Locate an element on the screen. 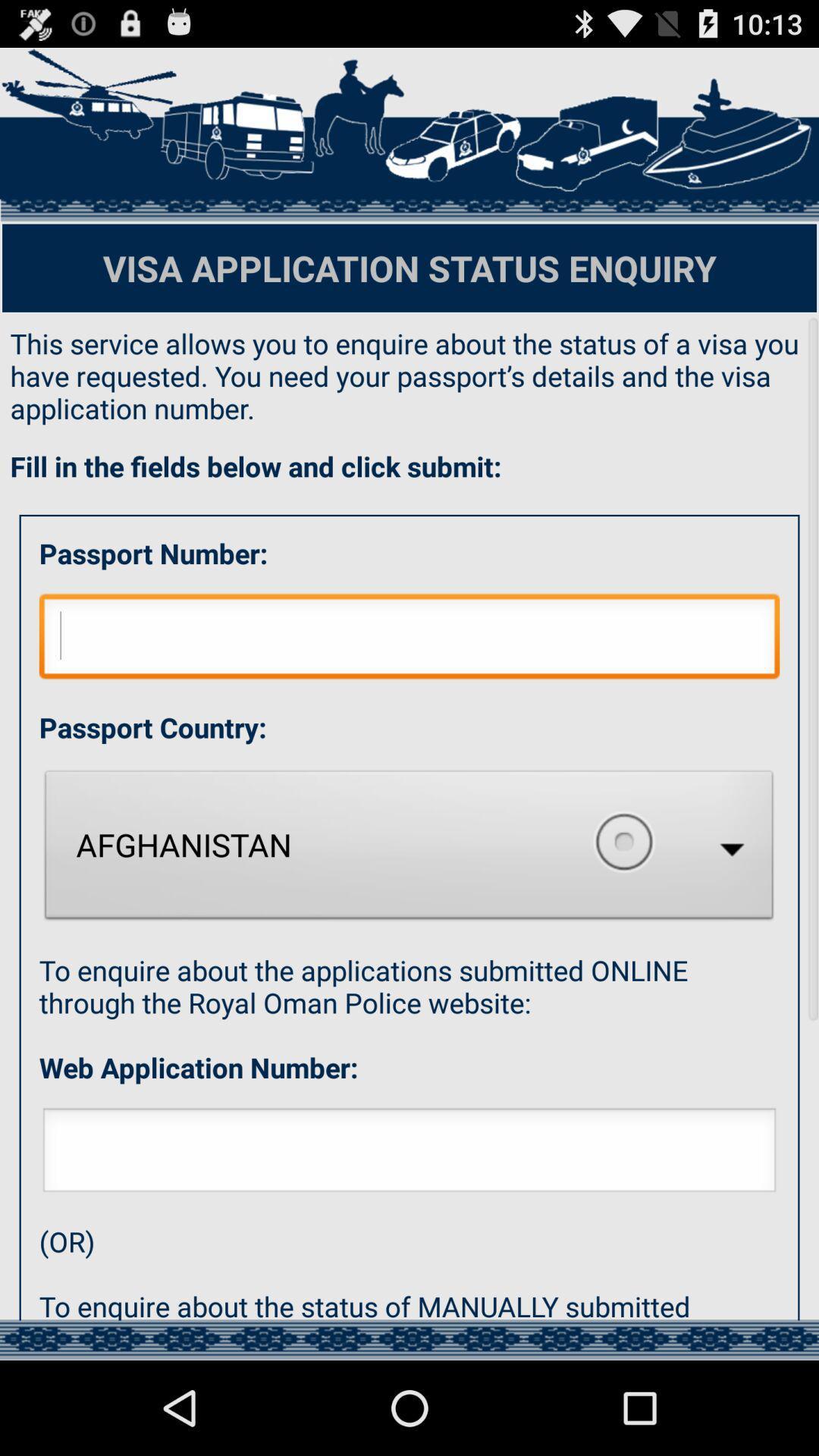 The height and width of the screenshot is (1456, 819). type web application number is located at coordinates (409, 1153).